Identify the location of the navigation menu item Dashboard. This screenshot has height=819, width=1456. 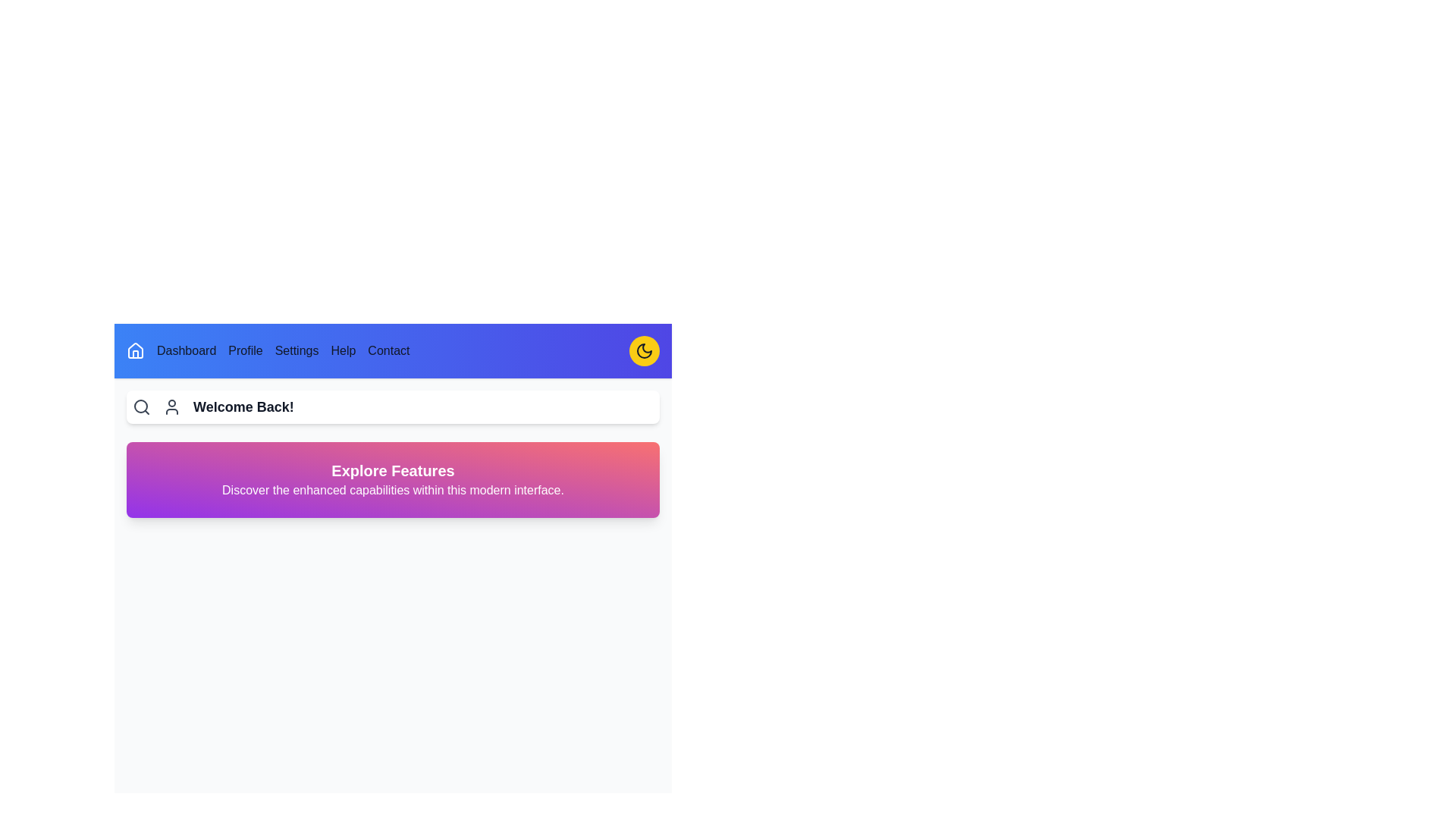
(185, 350).